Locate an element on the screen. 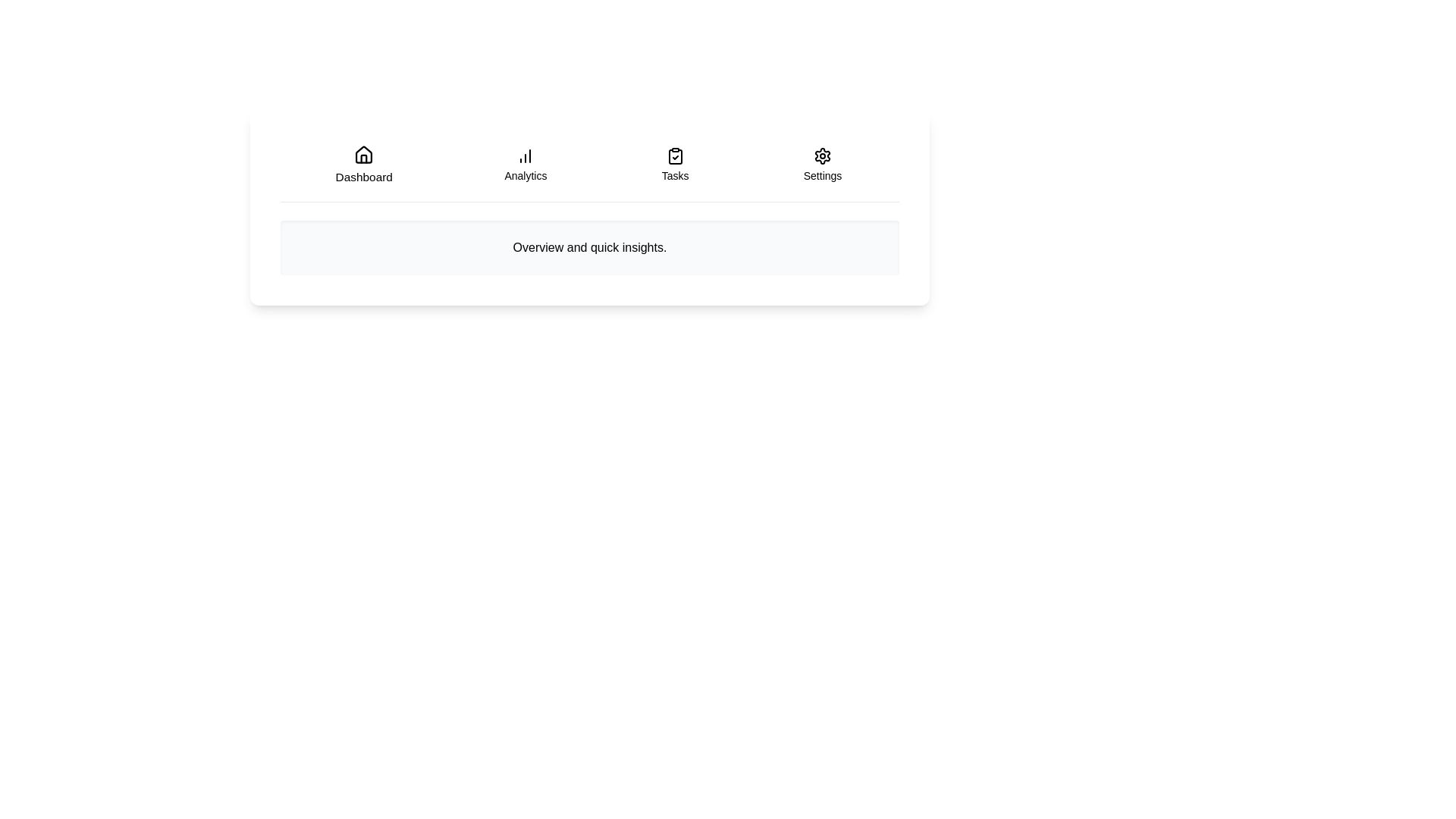 The width and height of the screenshot is (1456, 819). the settings button located at the end of the options row, which includes 'Dashboard', 'Analytics', and 'Tasks', positioned near the top center of the interface is located at coordinates (821, 165).